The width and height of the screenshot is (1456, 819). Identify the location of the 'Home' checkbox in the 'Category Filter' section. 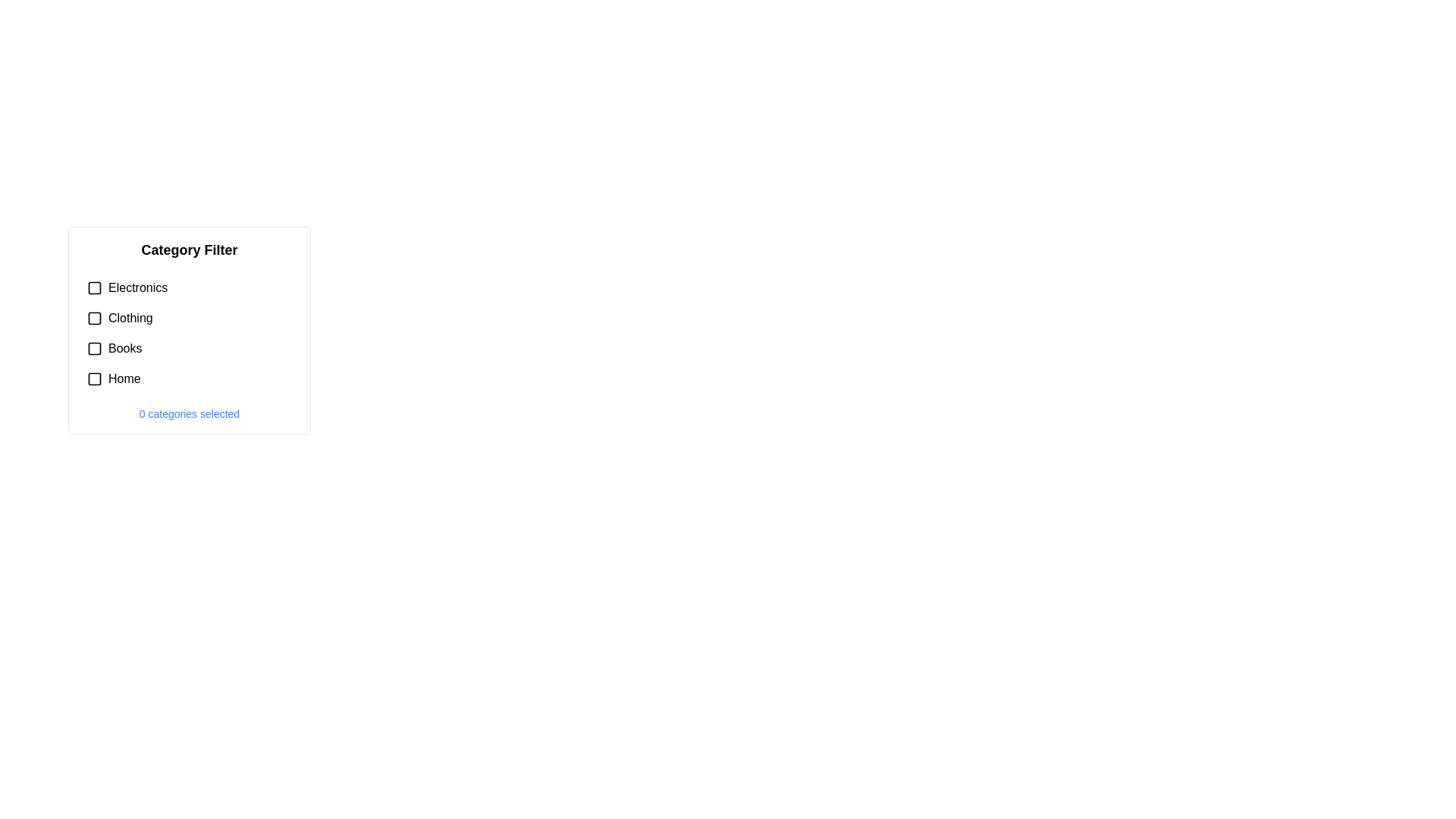
(188, 378).